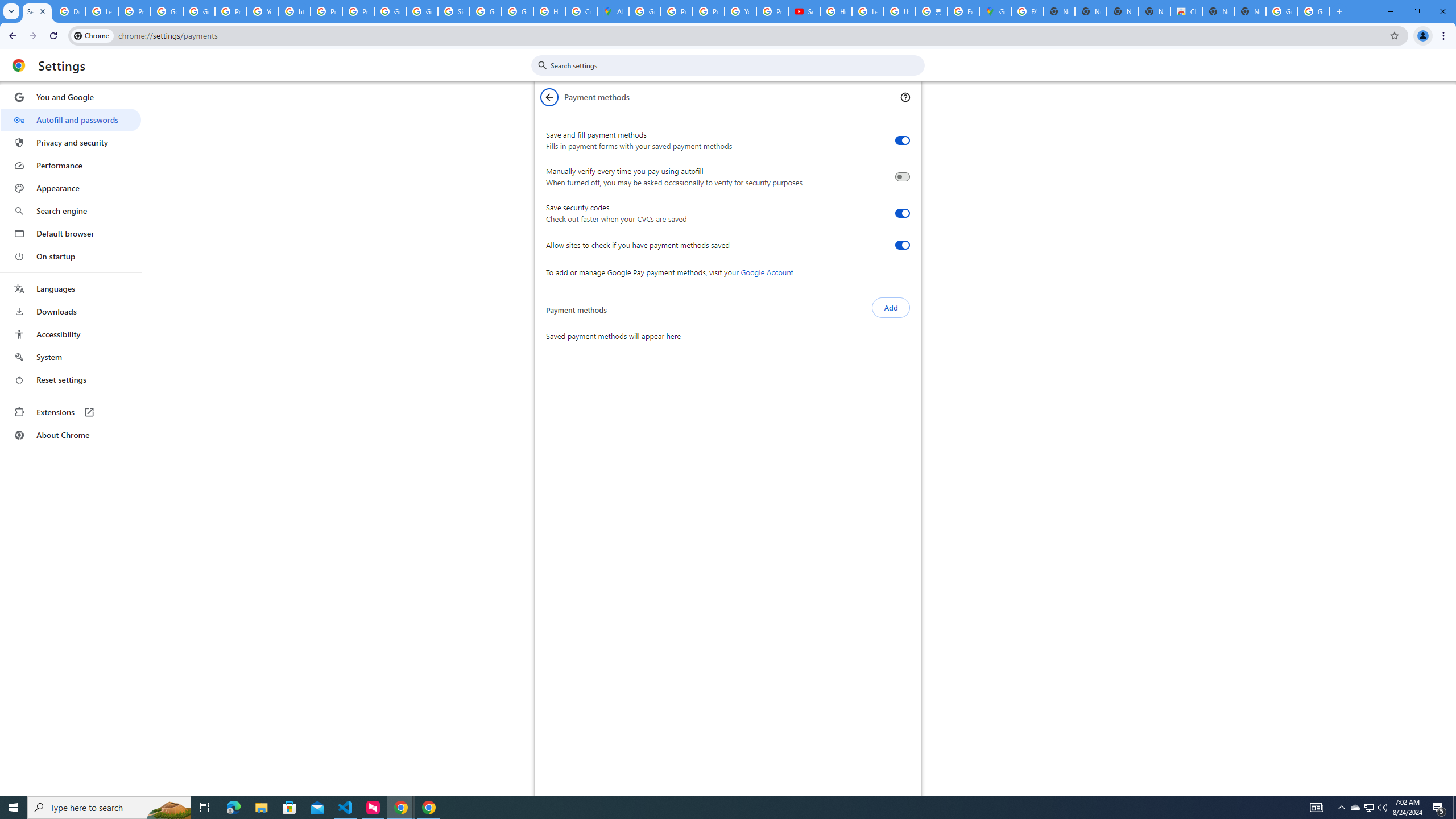 This screenshot has width=1456, height=819. Describe the element at coordinates (70, 97) in the screenshot. I see `'You and Google'` at that location.